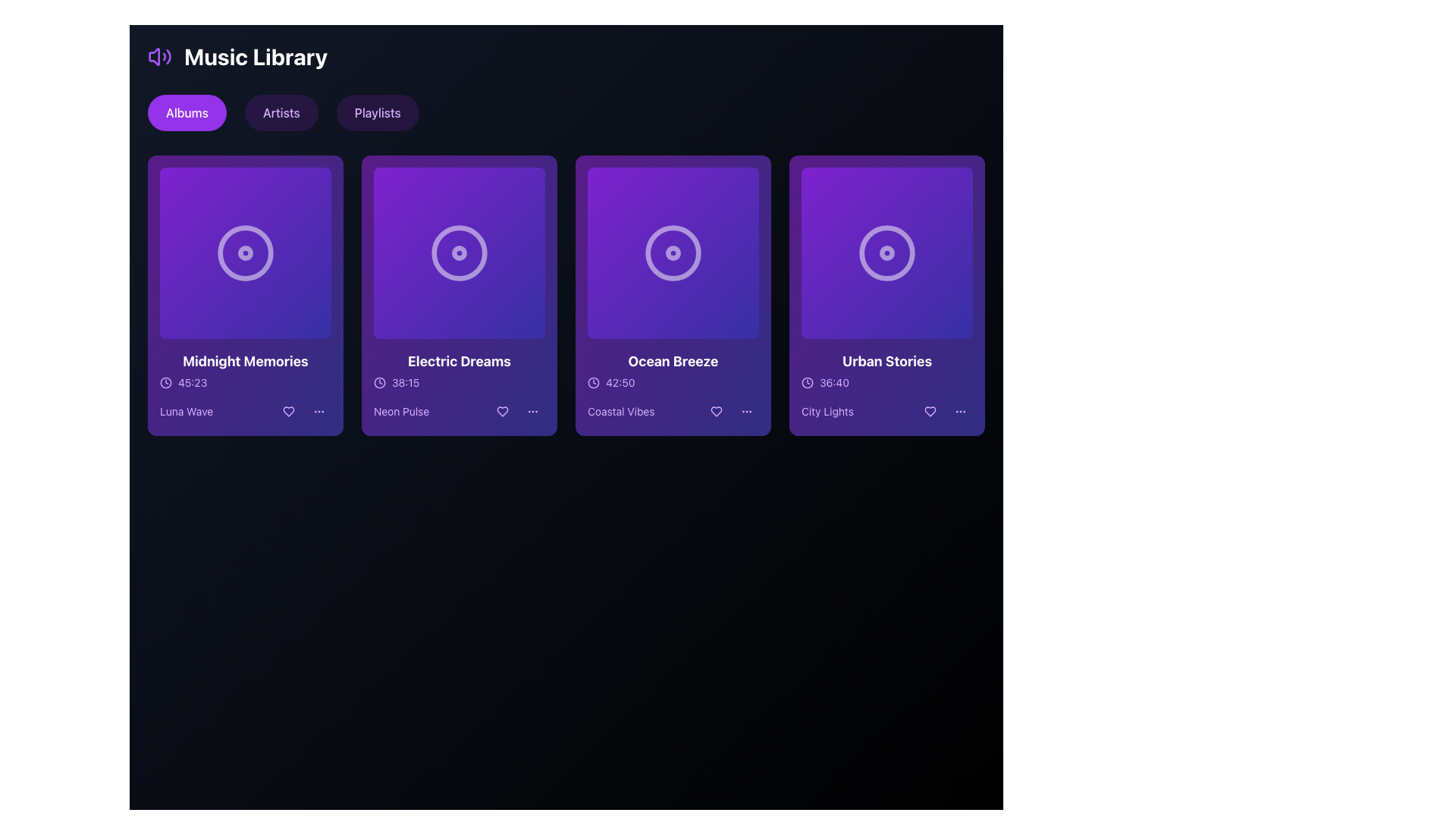 The image size is (1456, 819). I want to click on the circular decorative element located in the center of the first card labeled 'Midnight Memories' in the music album list, so click(246, 253).